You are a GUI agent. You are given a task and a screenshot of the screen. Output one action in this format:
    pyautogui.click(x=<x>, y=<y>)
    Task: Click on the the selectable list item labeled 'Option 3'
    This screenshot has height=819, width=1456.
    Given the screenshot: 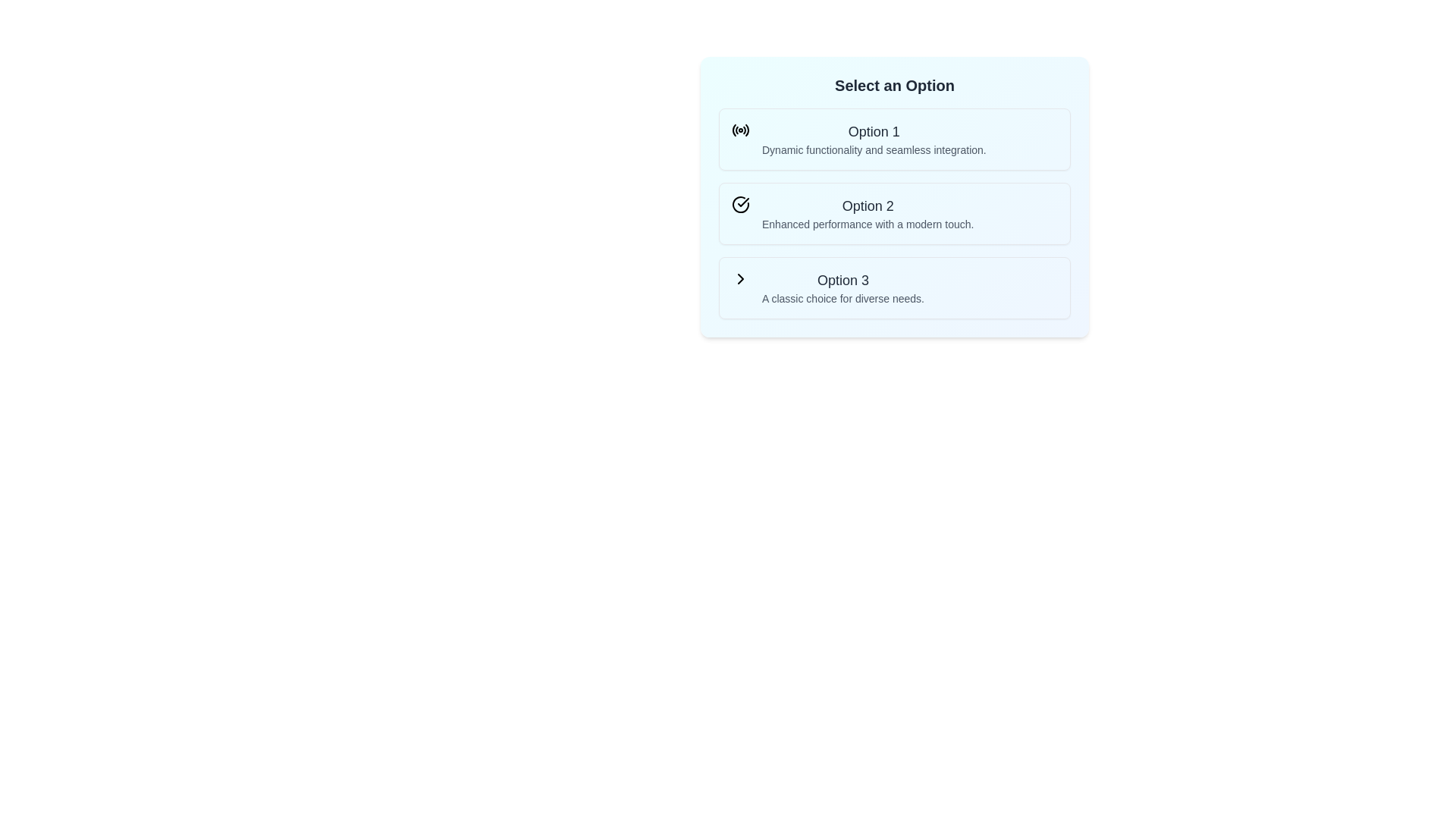 What is the action you would take?
    pyautogui.click(x=895, y=288)
    